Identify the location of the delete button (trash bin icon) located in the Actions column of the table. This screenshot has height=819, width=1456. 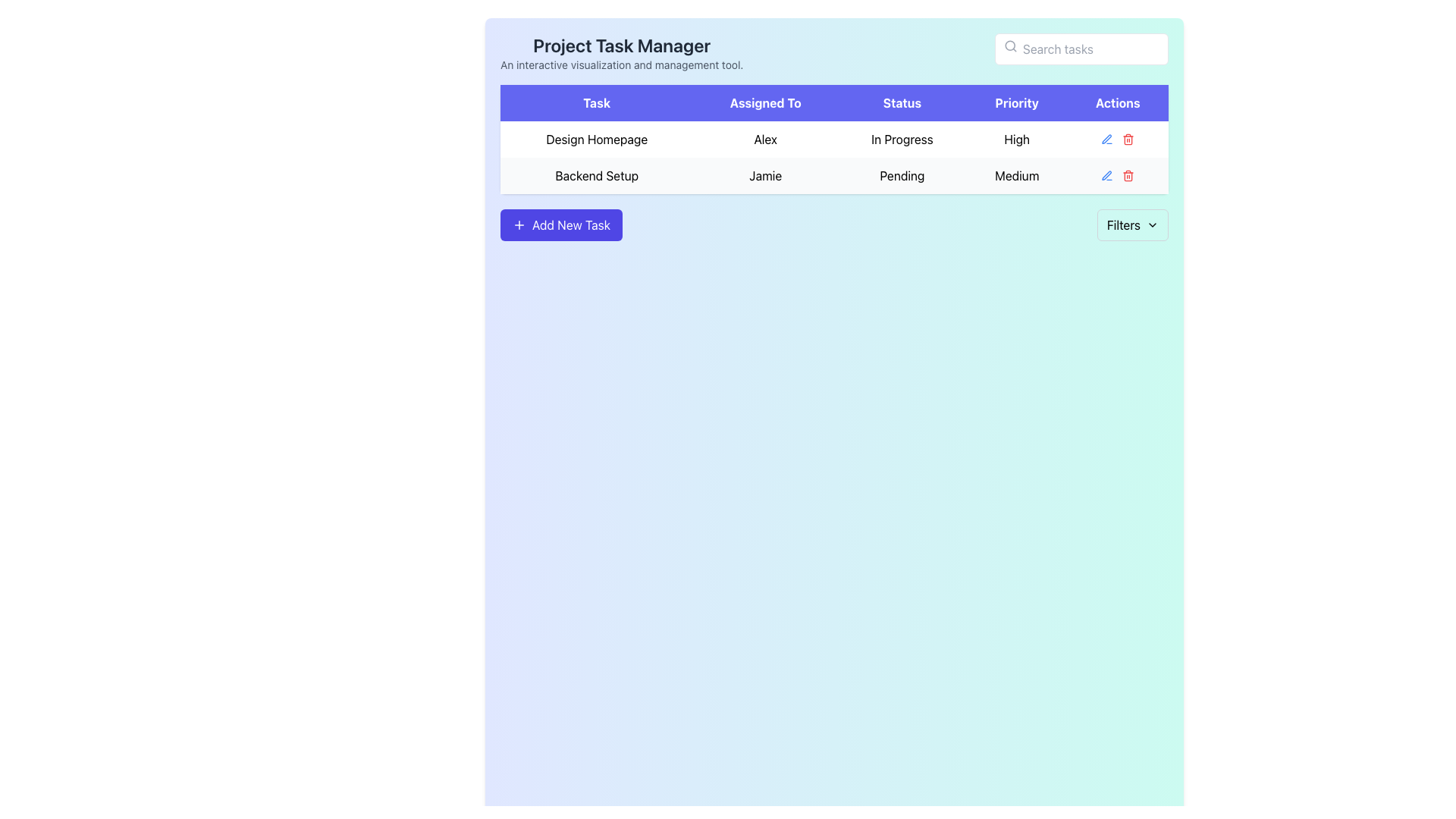
(1128, 140).